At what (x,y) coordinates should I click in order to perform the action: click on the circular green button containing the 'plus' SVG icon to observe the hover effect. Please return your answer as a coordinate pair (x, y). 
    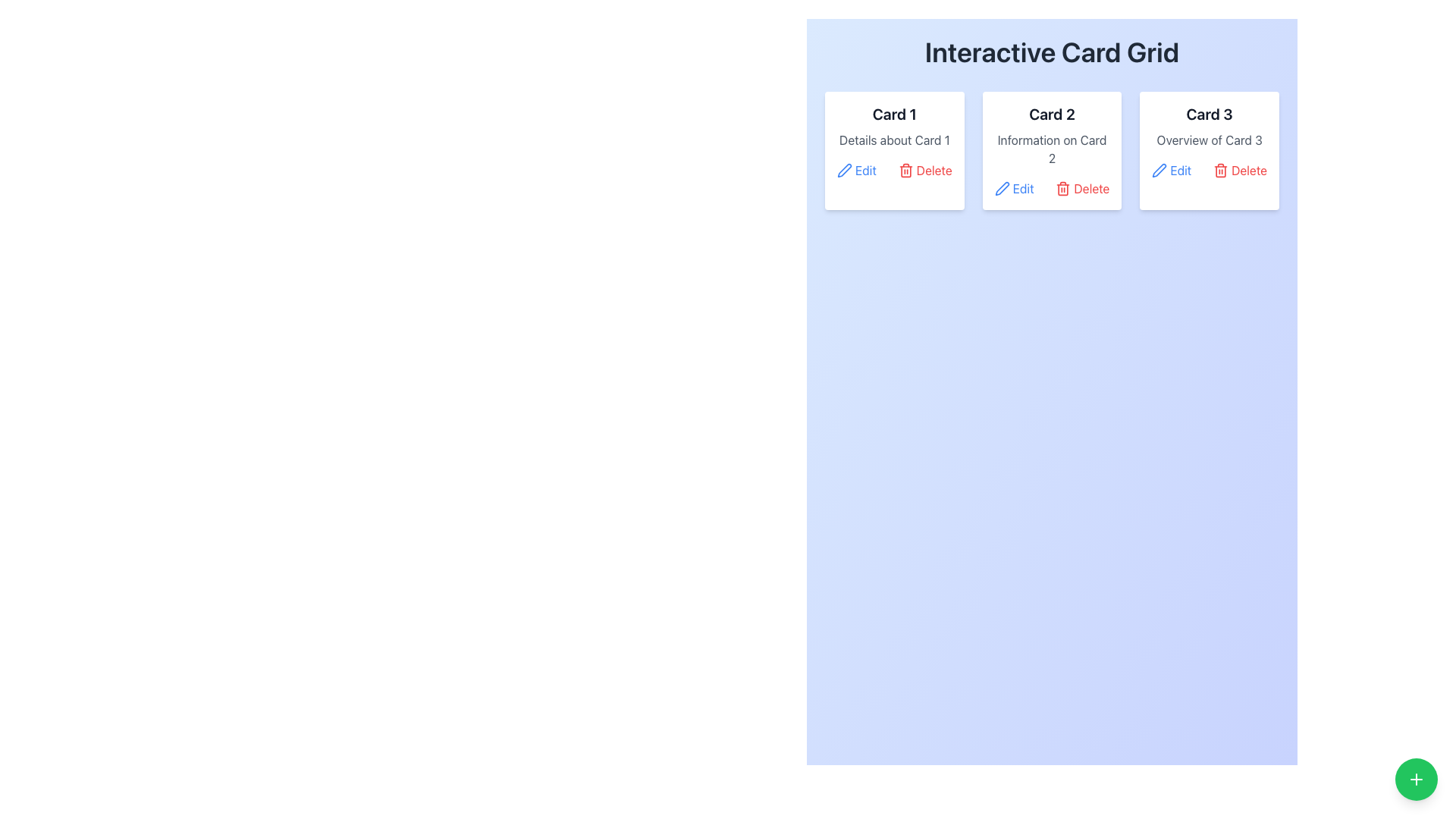
    Looking at the image, I should click on (1415, 780).